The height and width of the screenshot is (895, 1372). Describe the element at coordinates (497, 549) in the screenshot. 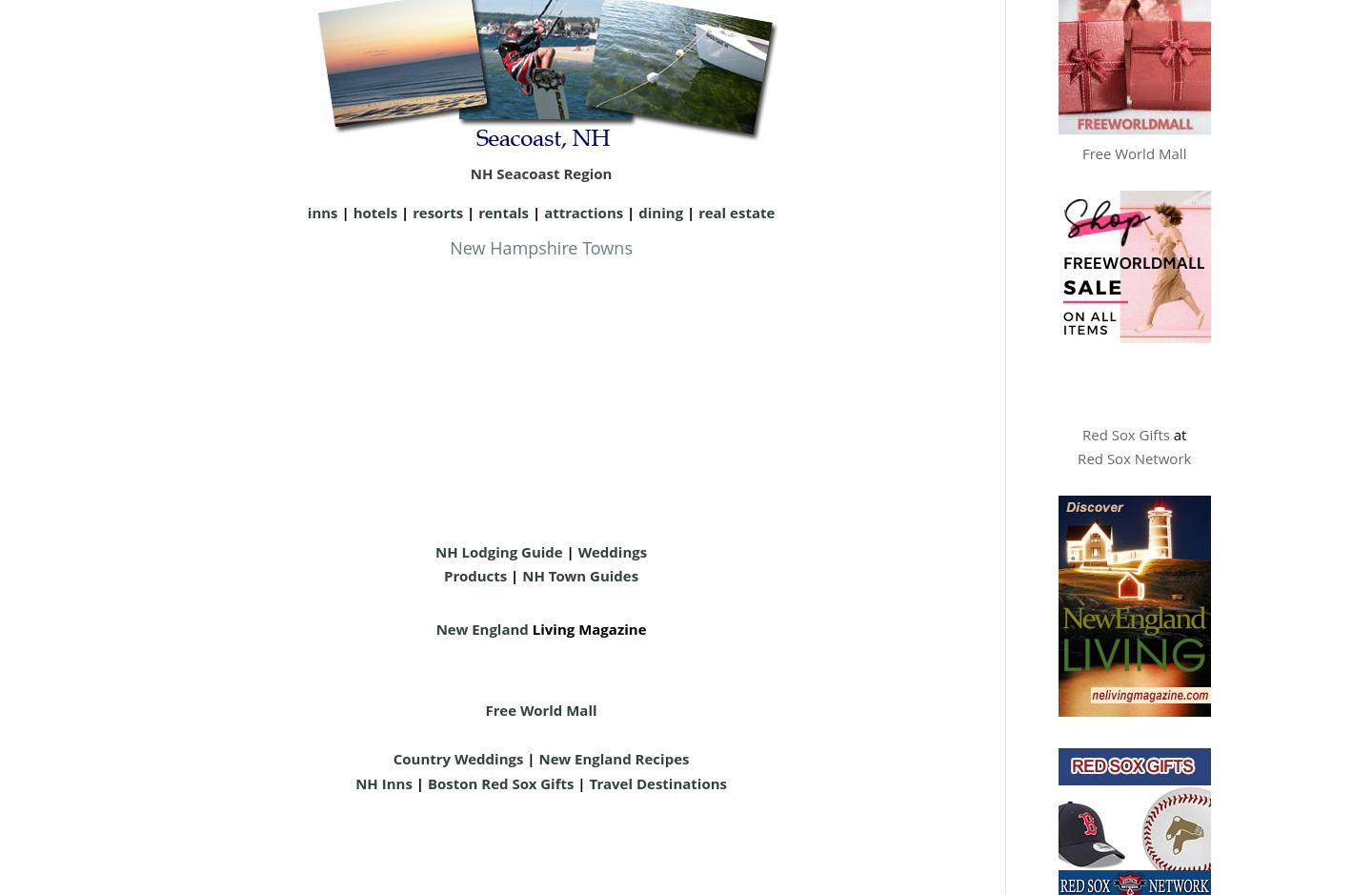

I see `'NH Lodging Guide'` at that location.